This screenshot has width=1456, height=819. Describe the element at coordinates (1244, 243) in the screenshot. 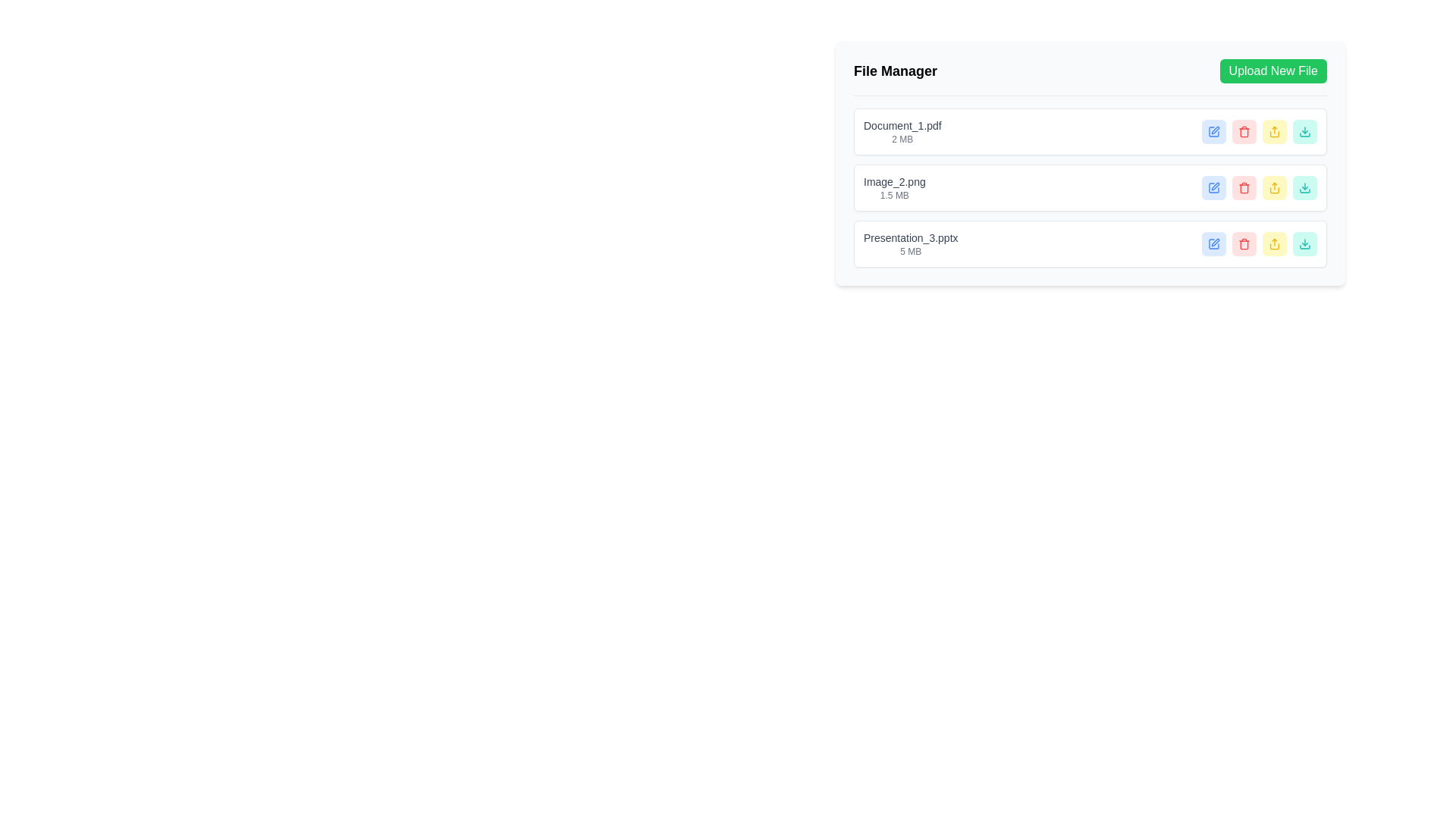

I see `the delete button with a red background and a trashcan icon, which is the third button in a horizontal group of action buttons located to the right of 'Presentation_3.pptx'` at that location.